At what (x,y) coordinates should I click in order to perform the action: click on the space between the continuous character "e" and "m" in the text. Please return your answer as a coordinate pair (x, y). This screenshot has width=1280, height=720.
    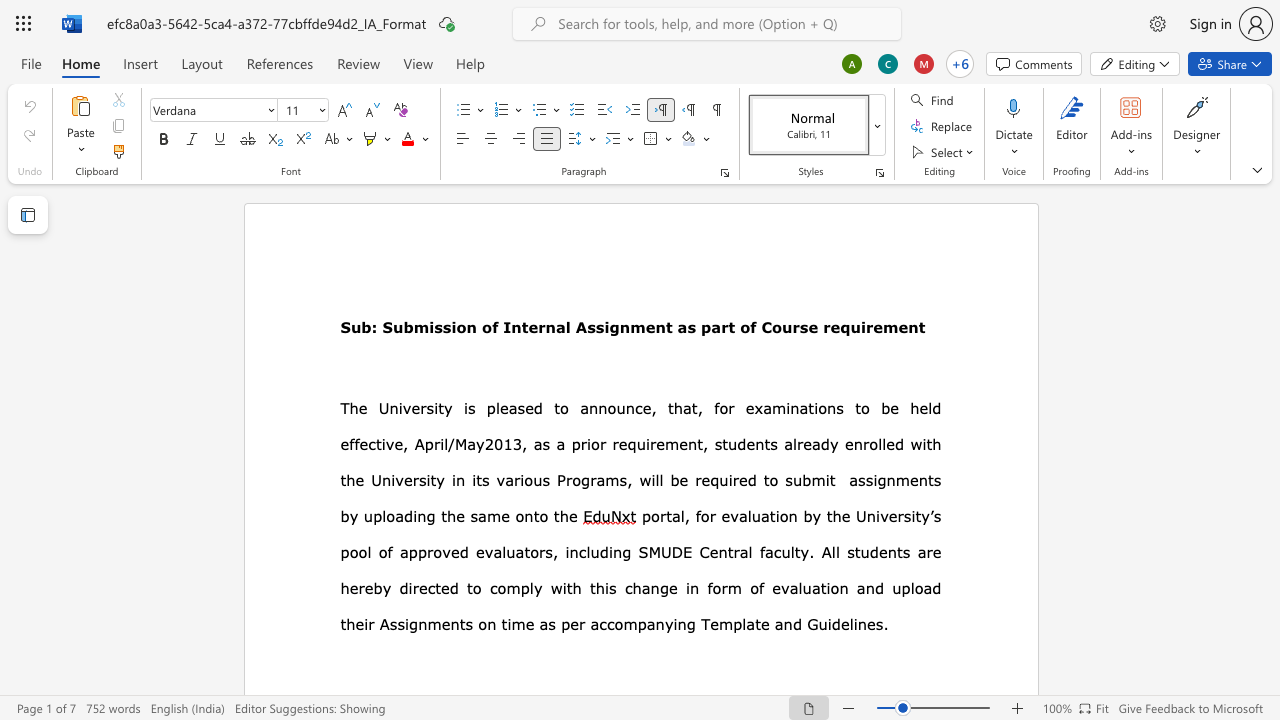
    Looking at the image, I should click on (883, 326).